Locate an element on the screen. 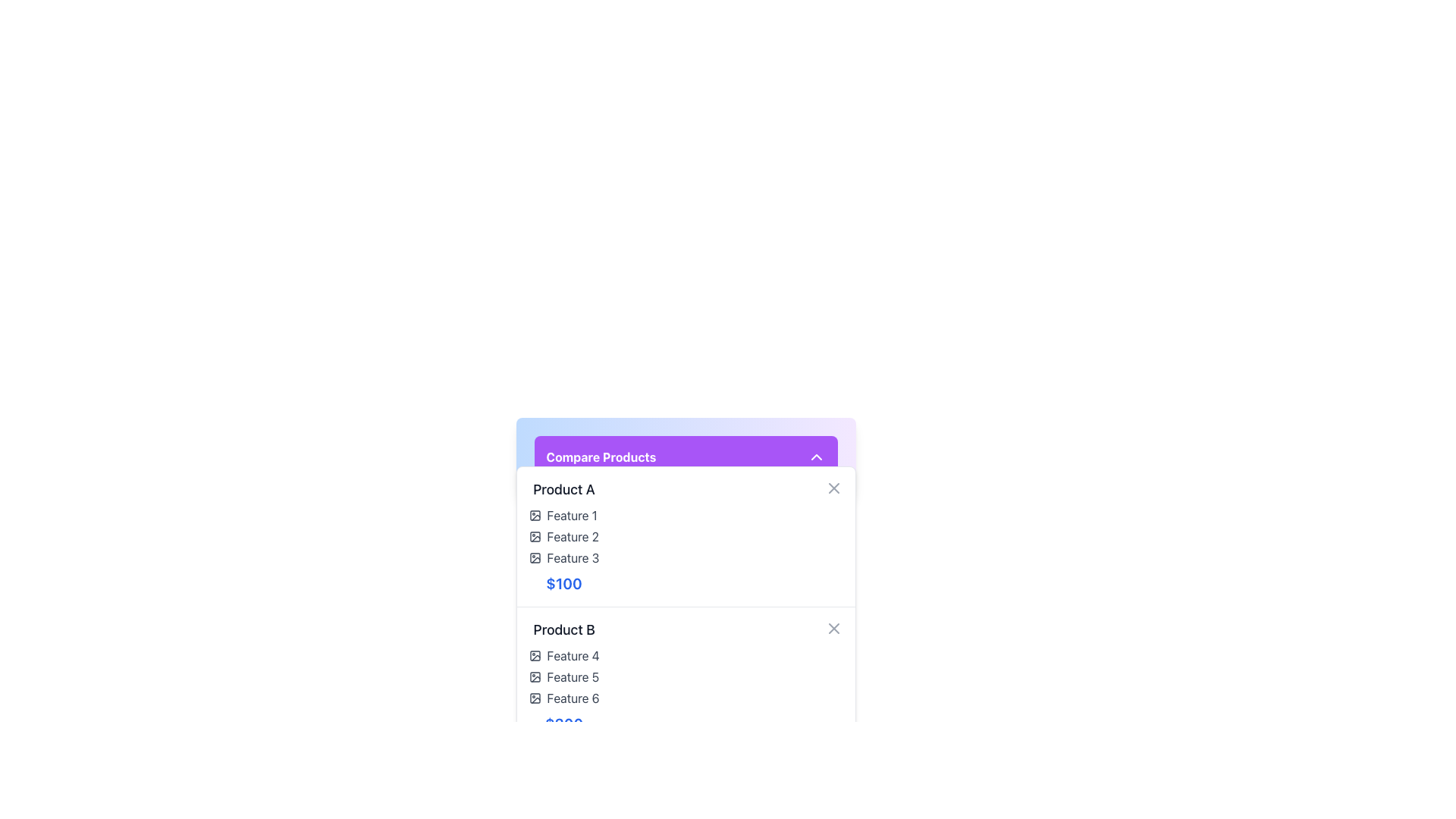 Image resolution: width=1456 pixels, height=819 pixels. the text label displaying the price of 'Product A', located at the bottom of the card structure beneath 'Feature 1', 'Feature 2', and 'Feature 3' is located at coordinates (563, 583).